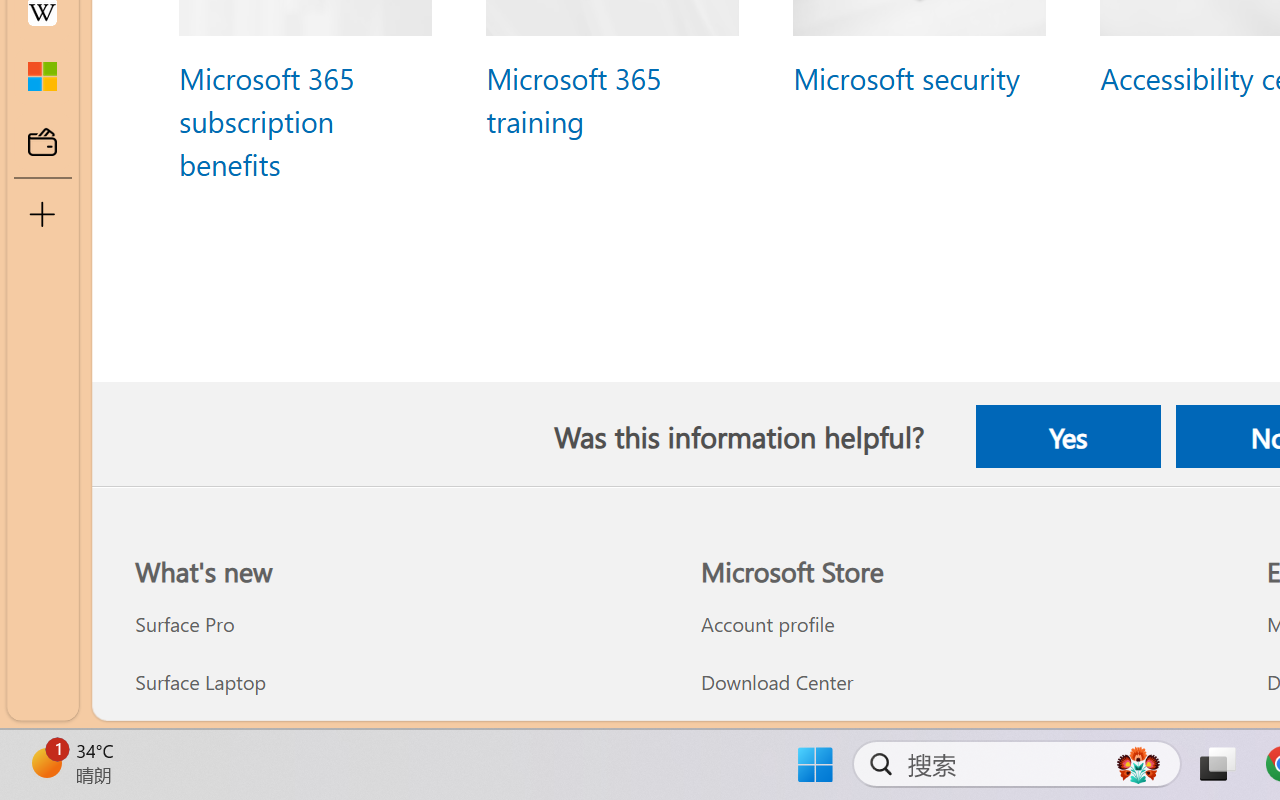 The height and width of the screenshot is (800, 1280). Describe the element at coordinates (904, 77) in the screenshot. I see `'Microsoft security'` at that location.